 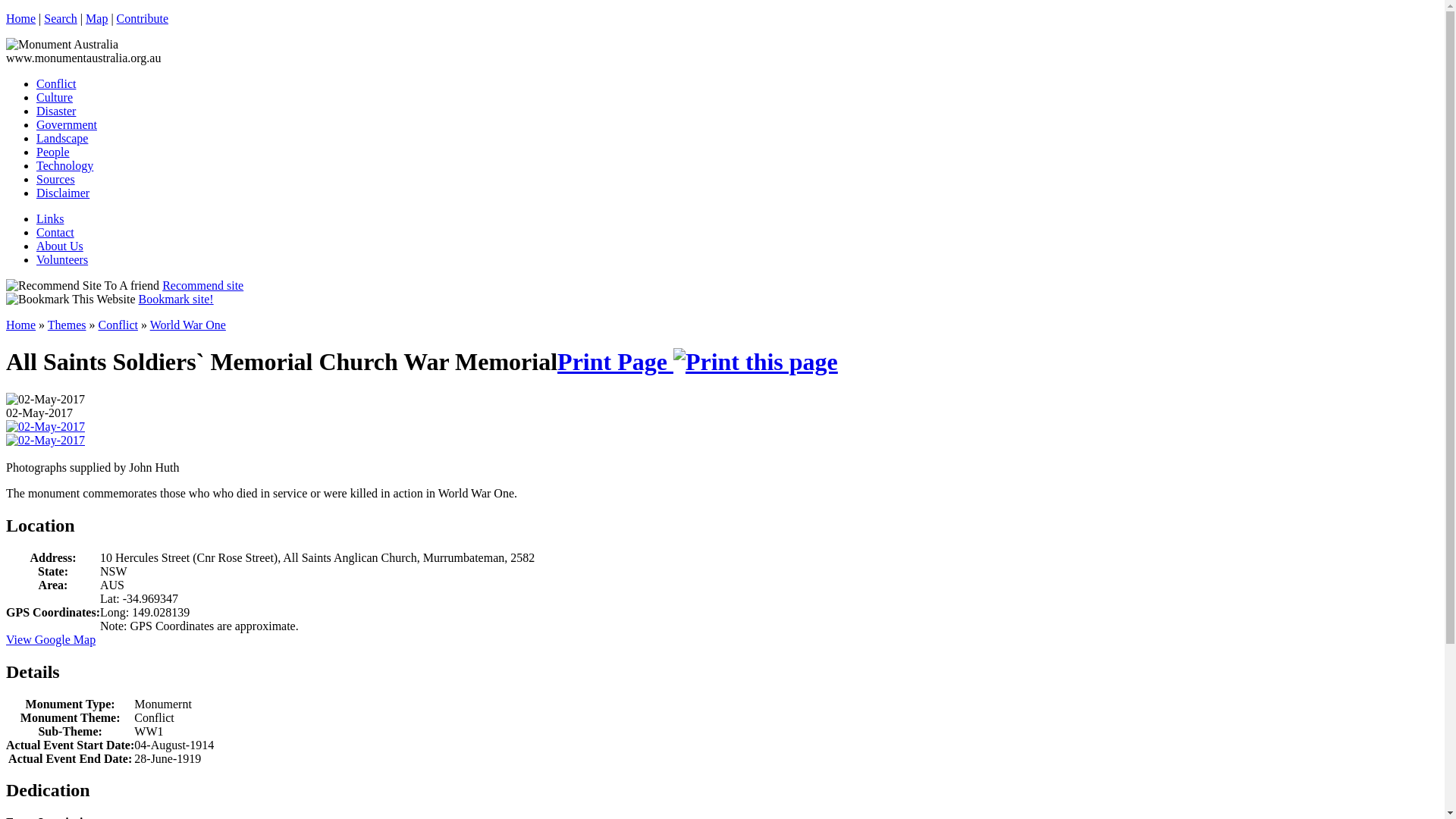 What do you see at coordinates (96, 18) in the screenshot?
I see `'Map'` at bounding box center [96, 18].